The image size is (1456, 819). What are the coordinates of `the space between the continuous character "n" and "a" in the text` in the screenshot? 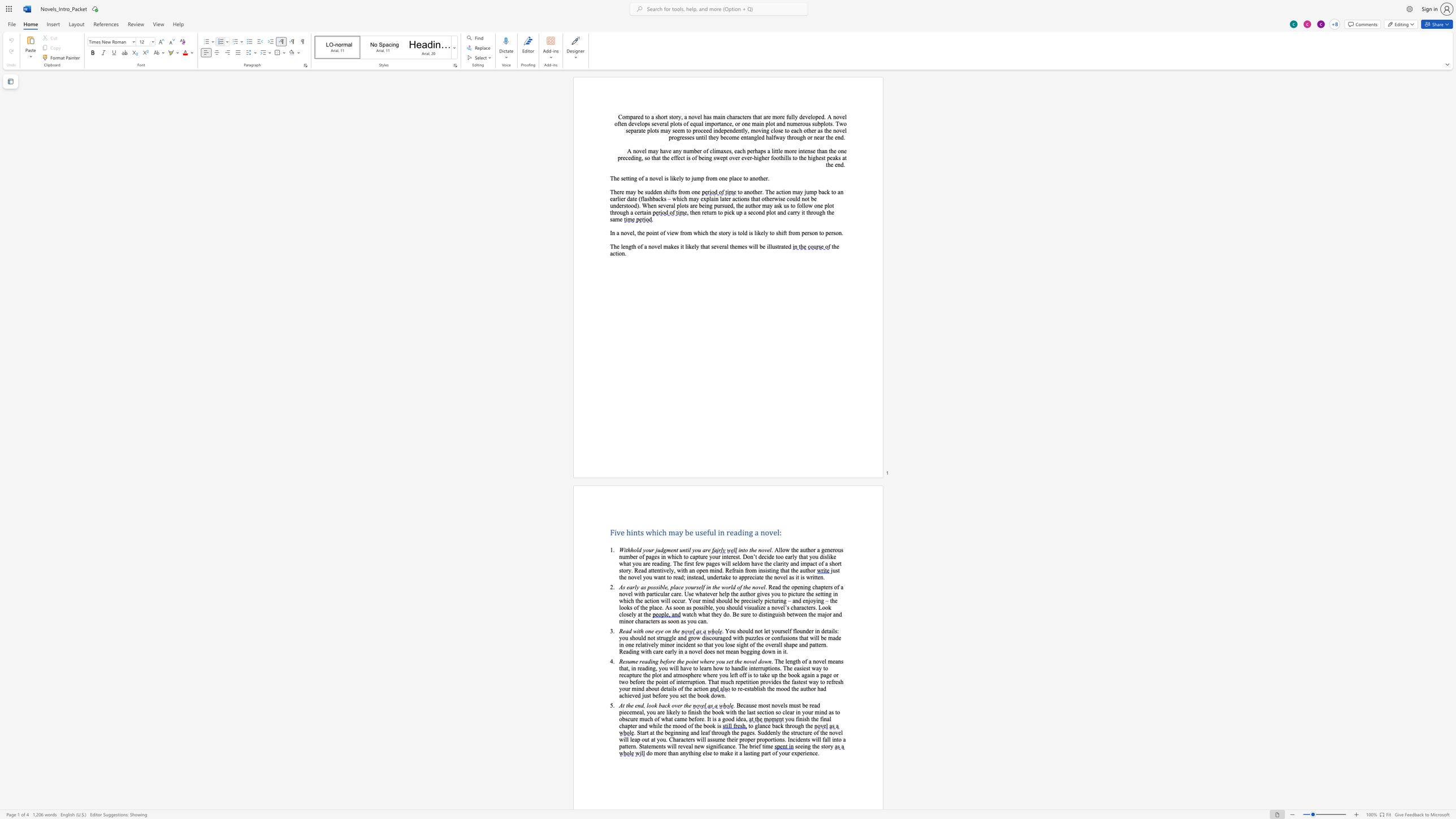 It's located at (826, 718).